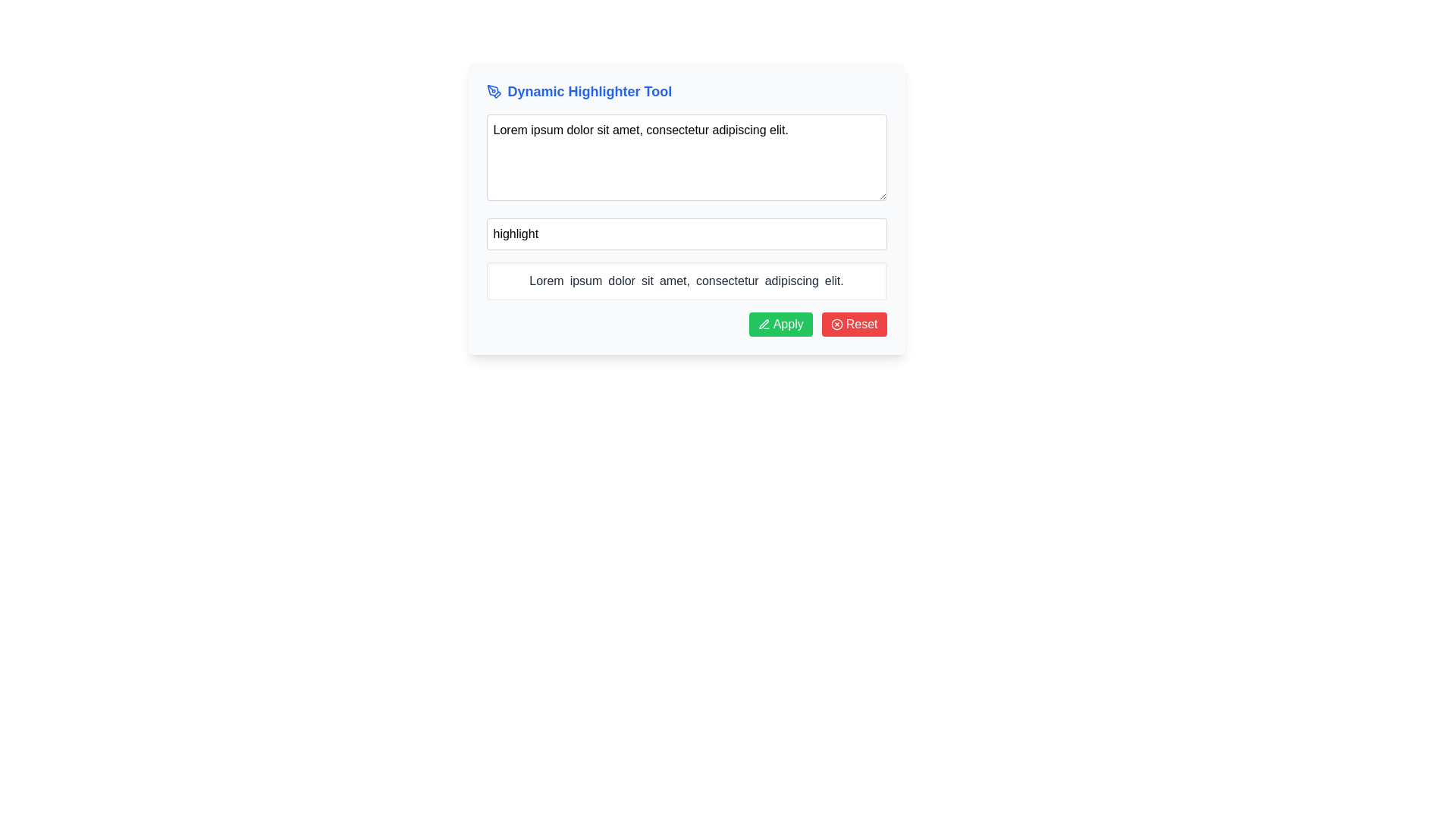  Describe the element at coordinates (836, 324) in the screenshot. I see `the reset button which contains the icon representing a reset or cancel action, located towards the left inside the button's boundary` at that location.